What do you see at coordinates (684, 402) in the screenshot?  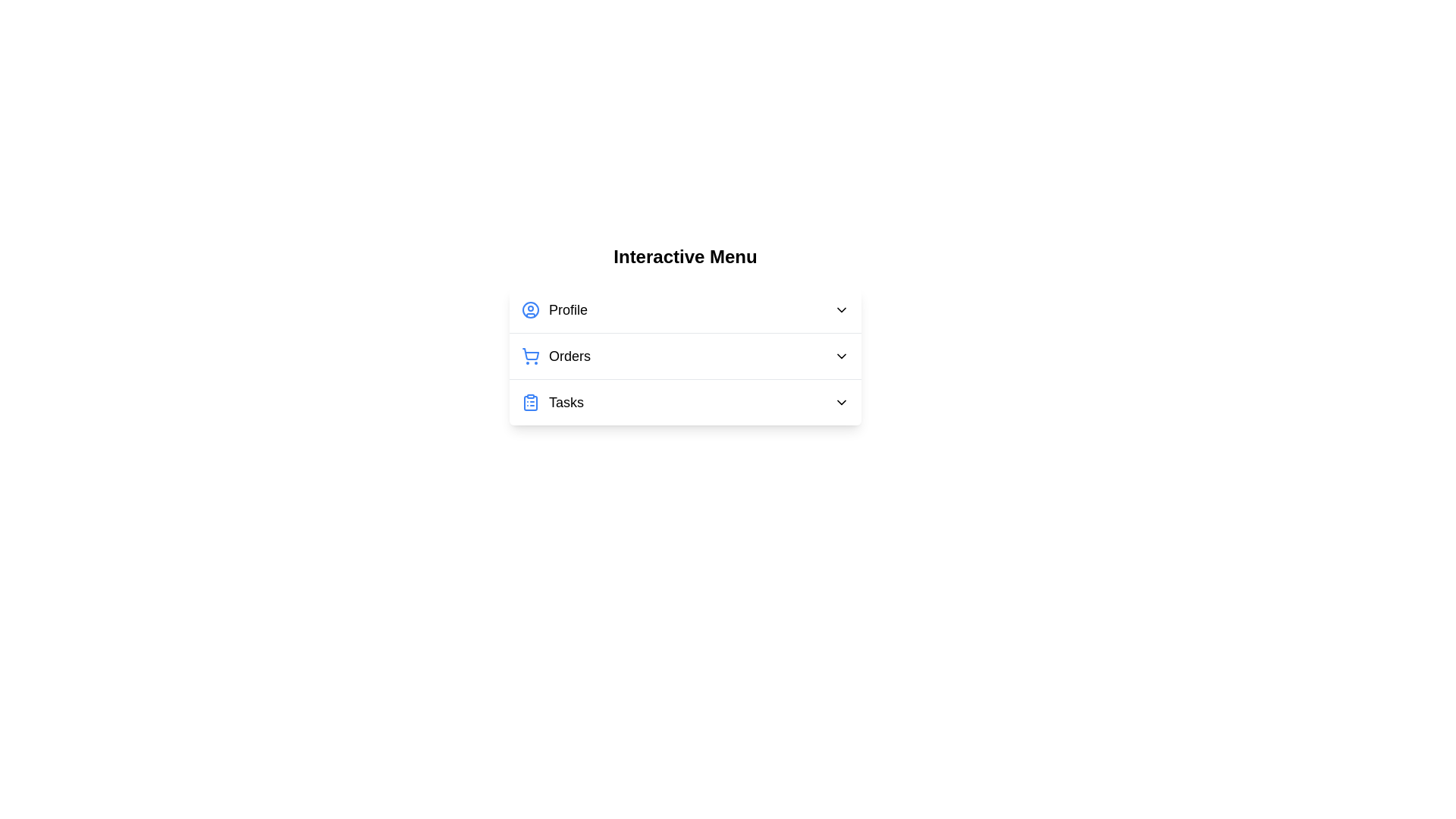 I see `the third item` at bounding box center [684, 402].